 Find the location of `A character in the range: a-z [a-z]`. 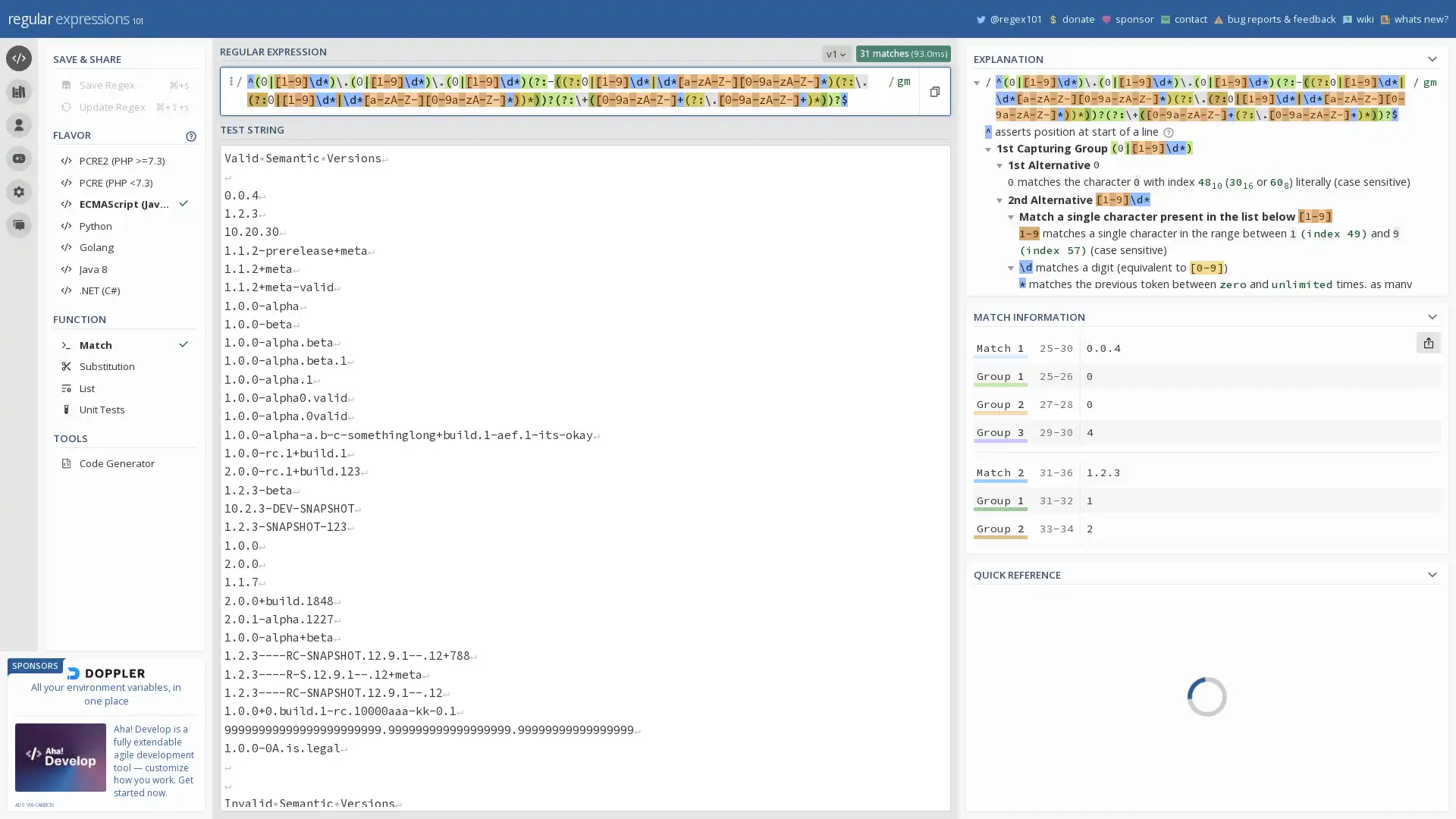

A character in the range: a-z [a-z] is located at coordinates (1282, 643).